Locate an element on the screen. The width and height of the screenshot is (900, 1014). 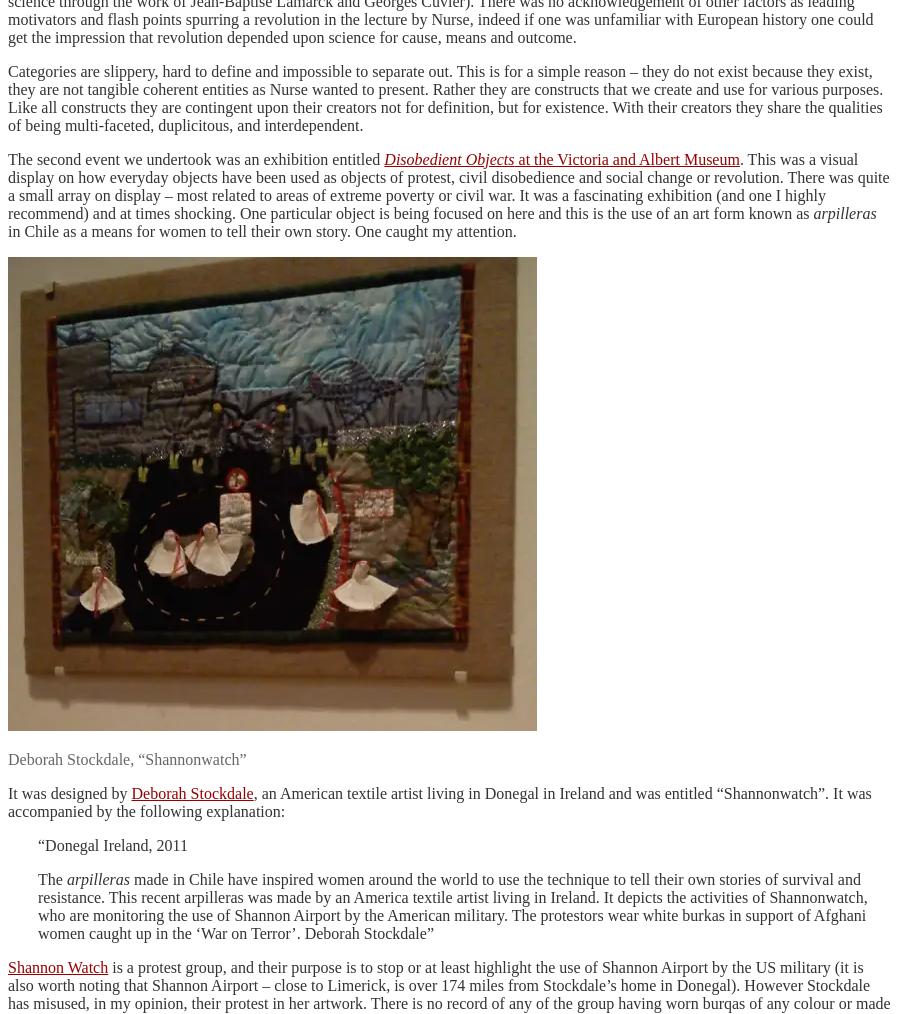
'The second event we undertook was an exhibition entitled' is located at coordinates (196, 158).